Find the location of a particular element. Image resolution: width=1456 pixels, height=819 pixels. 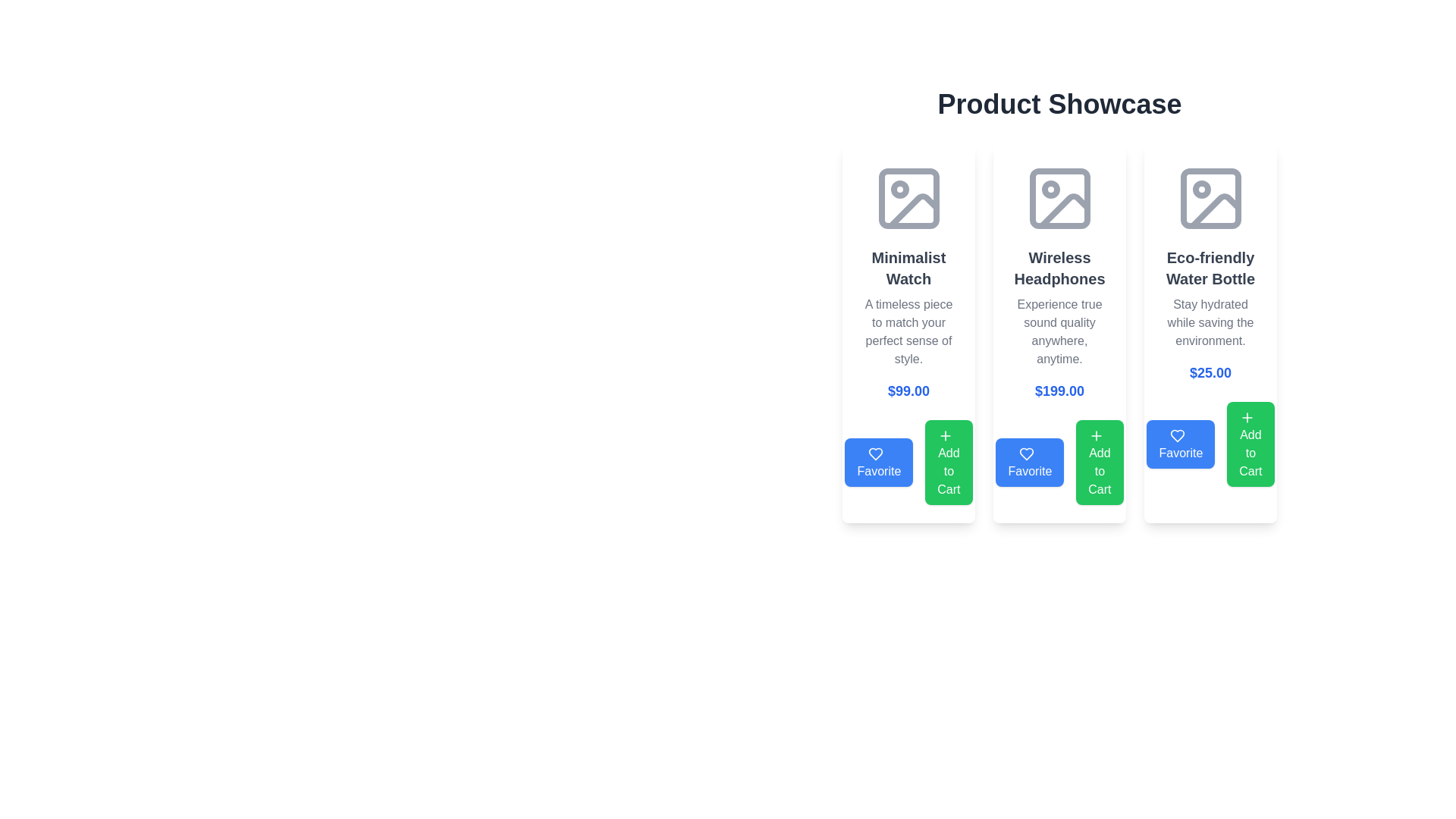

the triangular-shaped light gray line graphic that is part of the photo frame icon located at the bottom-right corner of the Eco-friendly Water Bottle card is located at coordinates (1215, 211).